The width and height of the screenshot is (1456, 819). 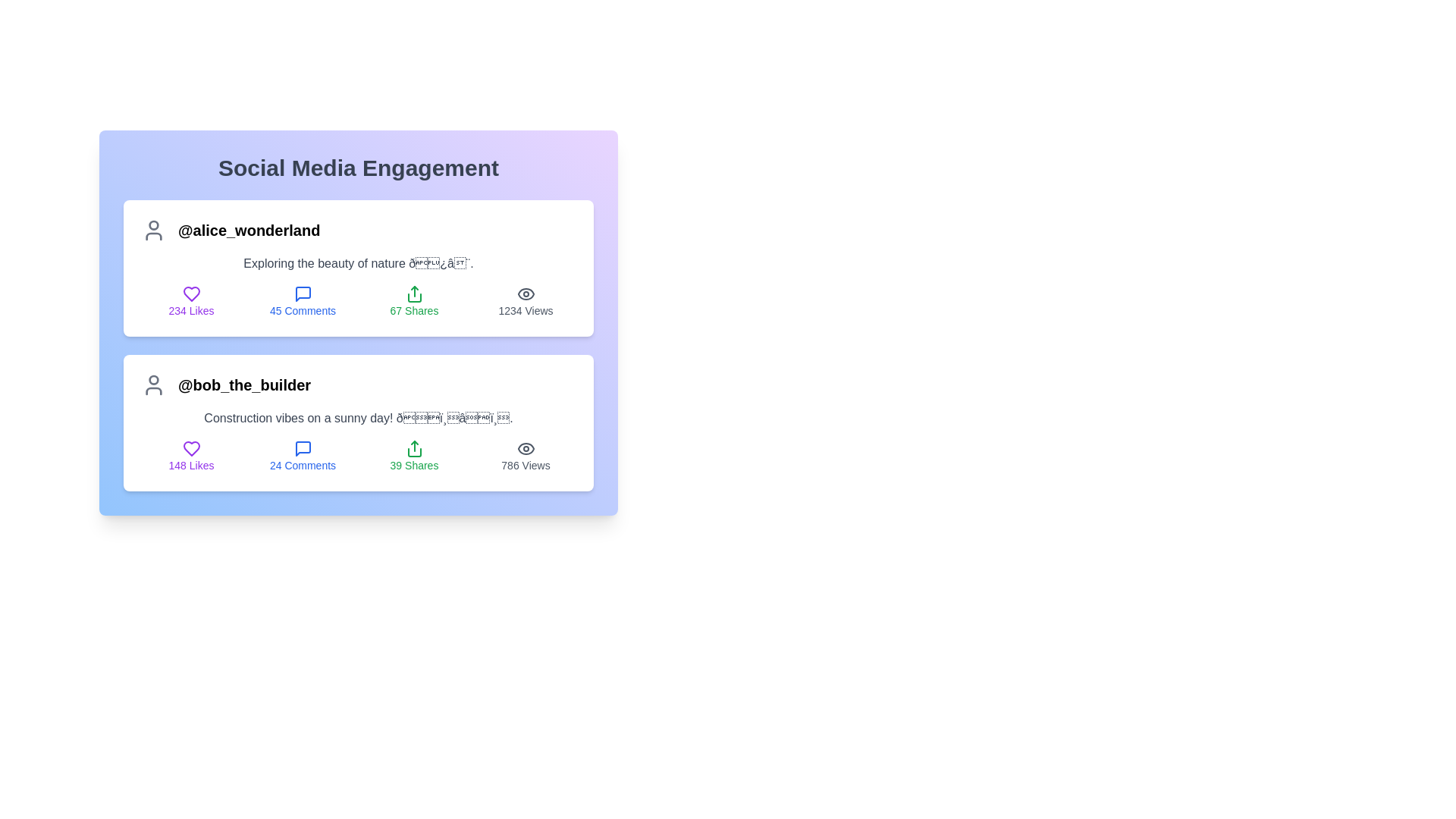 What do you see at coordinates (190, 447) in the screenshot?
I see `the heart-shaped icon with a purple outline and white interior located` at bounding box center [190, 447].